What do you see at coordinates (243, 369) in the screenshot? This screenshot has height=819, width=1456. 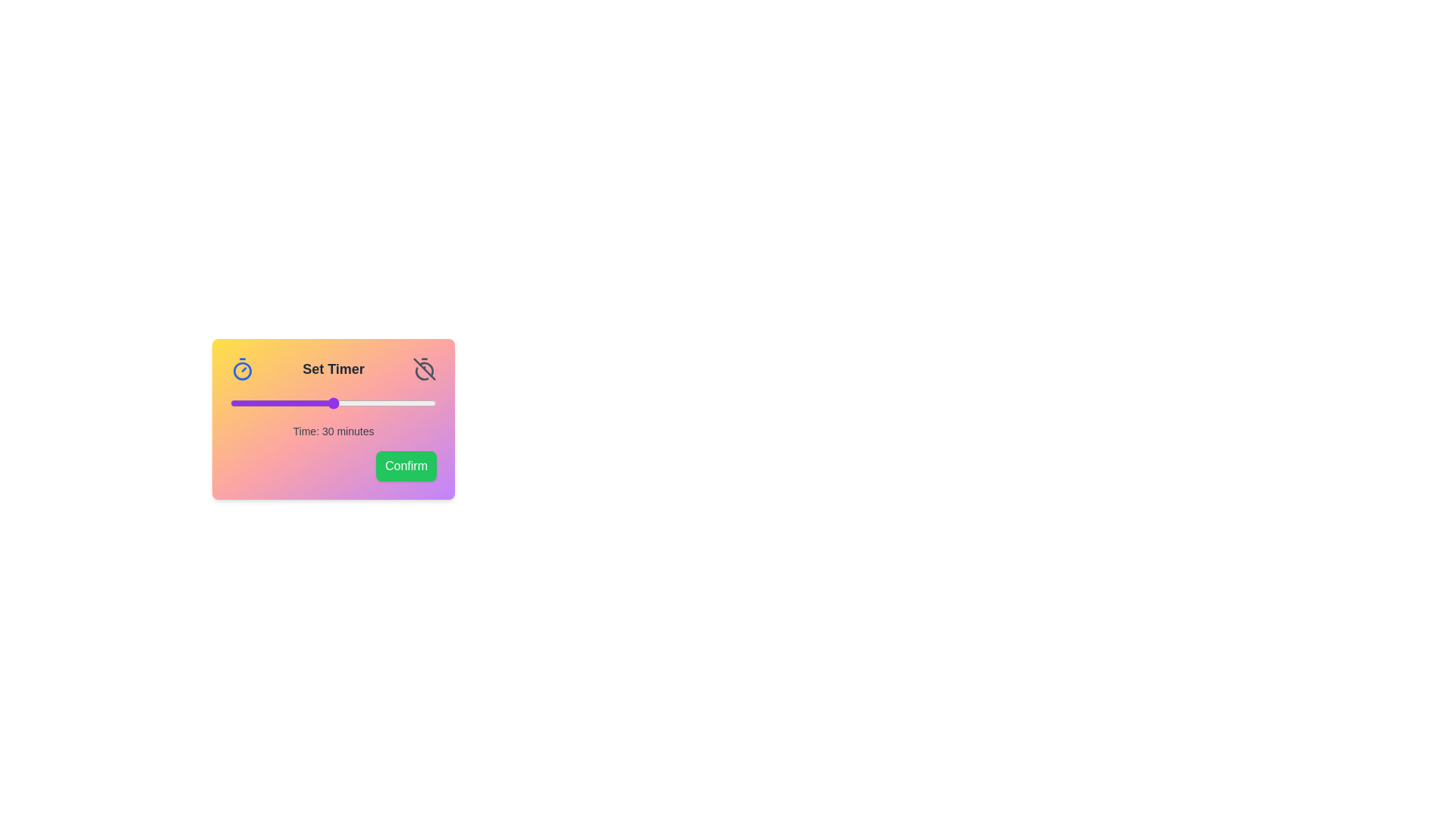 I see `the timer icon to initiate the interaction` at bounding box center [243, 369].